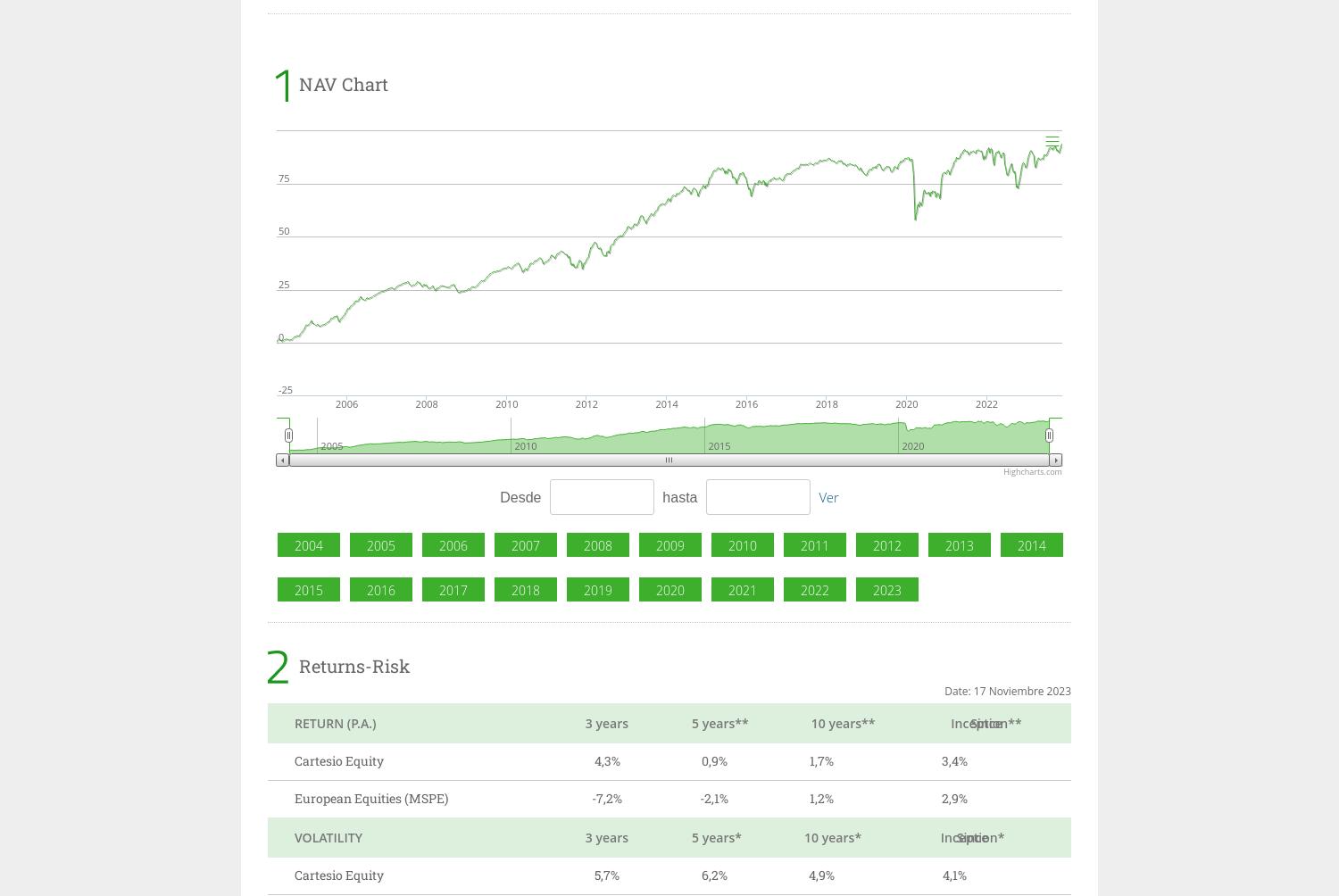  I want to click on 'RETURN (P.A.)', so click(335, 723).